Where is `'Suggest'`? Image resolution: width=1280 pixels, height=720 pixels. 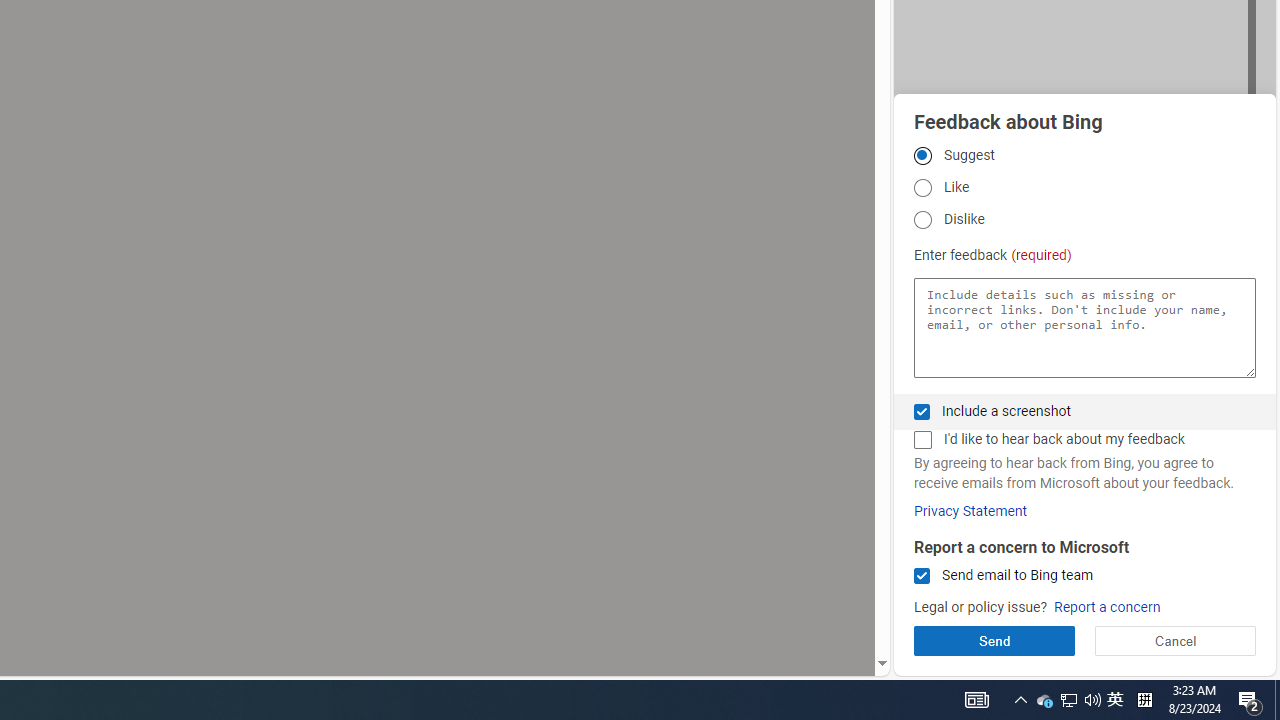 'Suggest' is located at coordinates (921, 154).